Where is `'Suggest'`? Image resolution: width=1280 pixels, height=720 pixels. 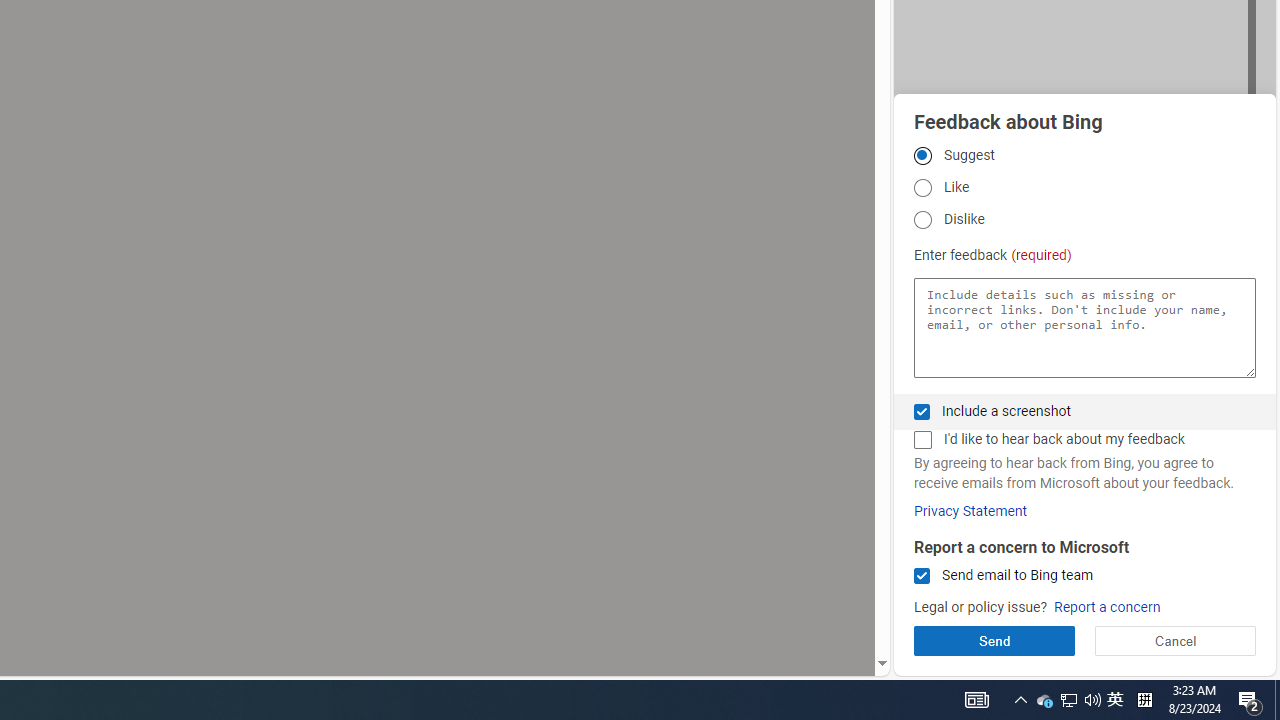 'Suggest' is located at coordinates (921, 154).